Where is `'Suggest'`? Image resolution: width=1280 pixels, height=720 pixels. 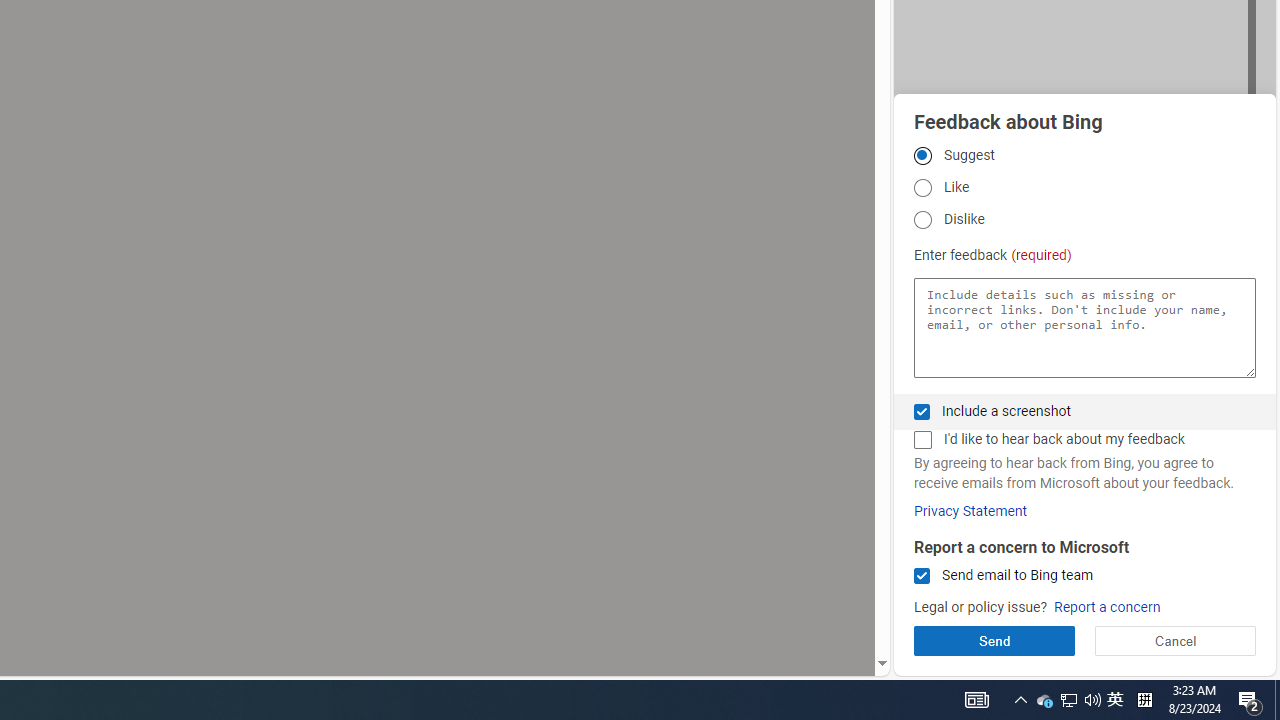 'Suggest' is located at coordinates (921, 154).